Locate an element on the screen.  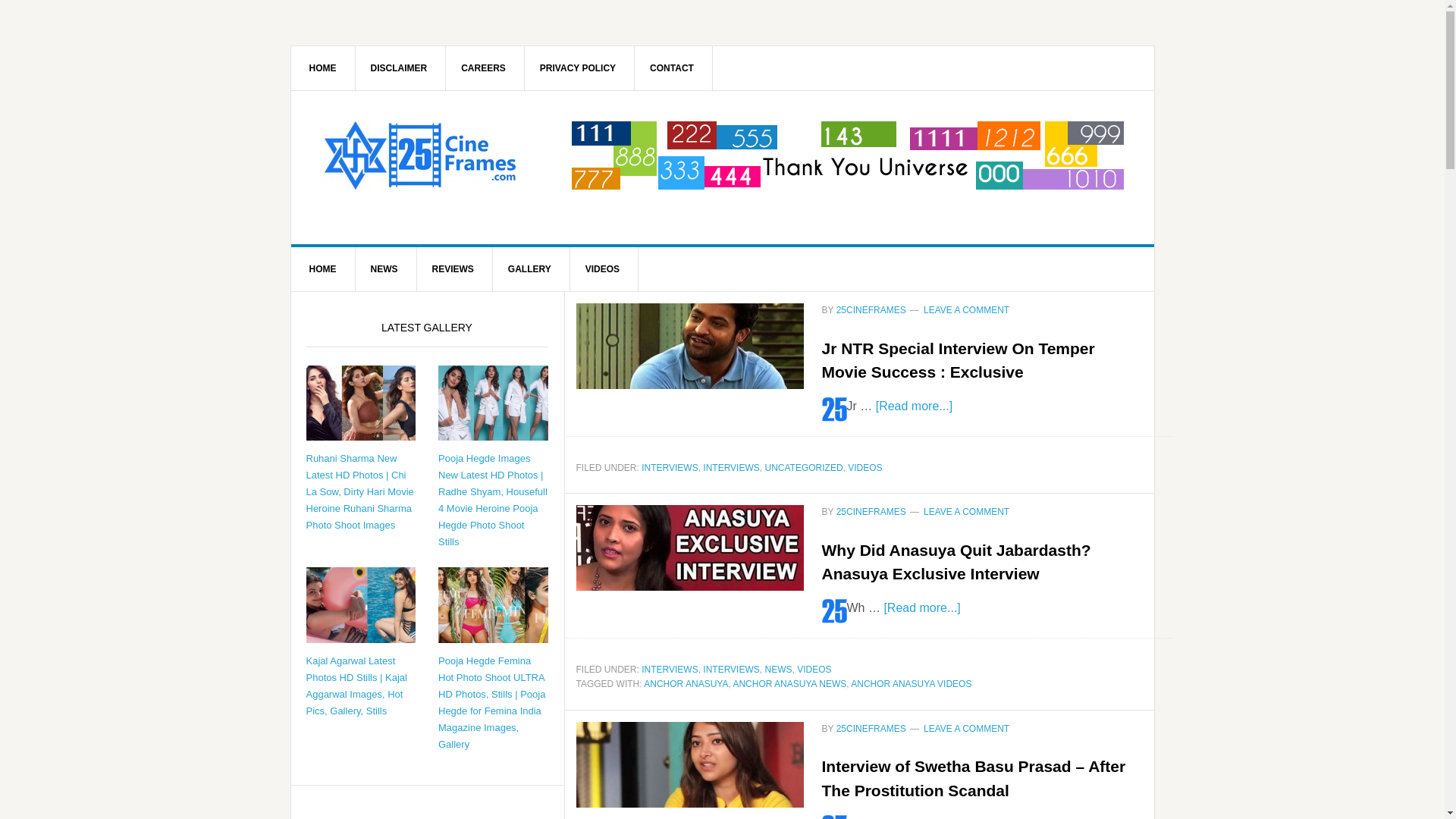
'VIDEOS' is located at coordinates (602, 268).